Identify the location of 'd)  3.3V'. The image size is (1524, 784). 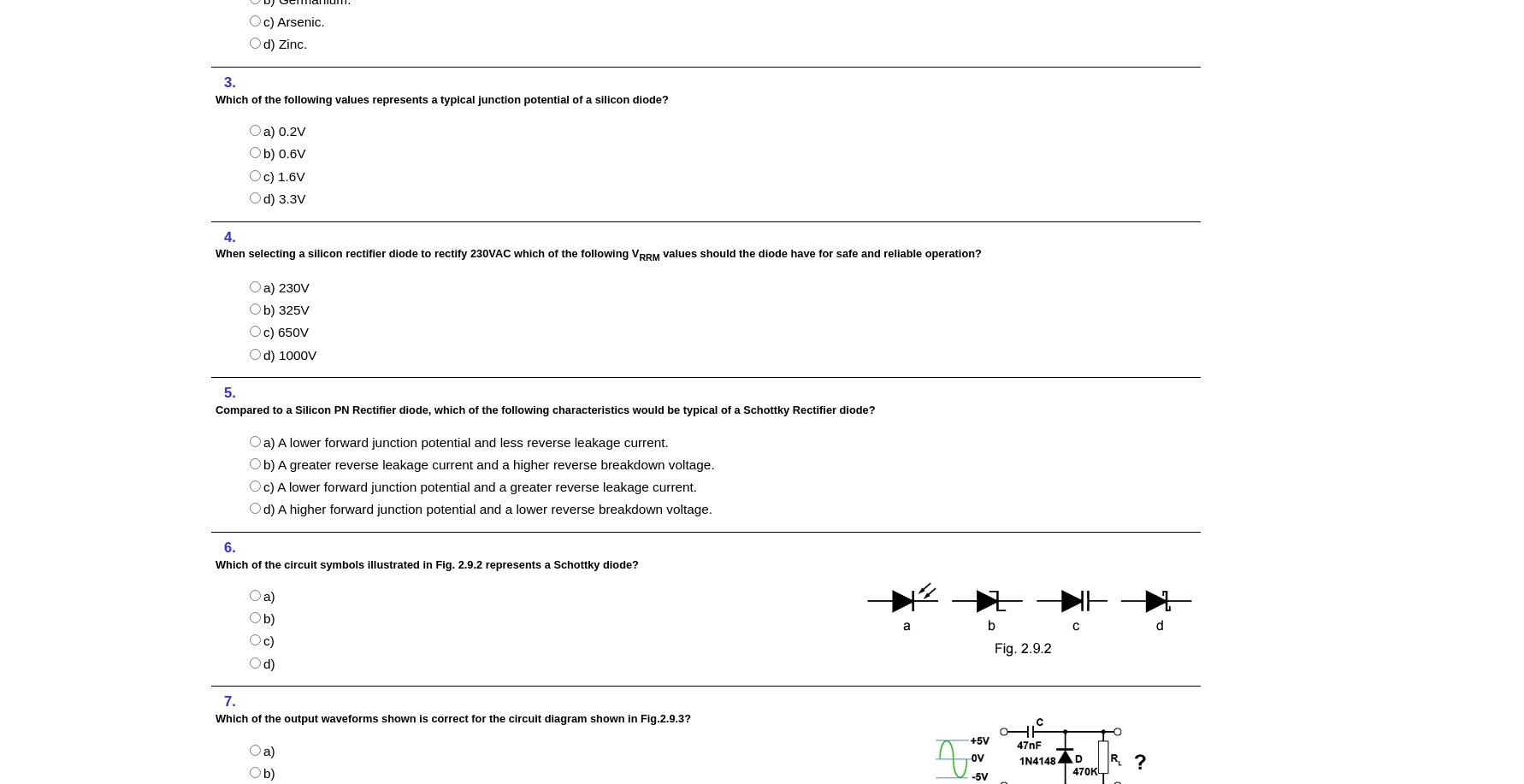
(283, 197).